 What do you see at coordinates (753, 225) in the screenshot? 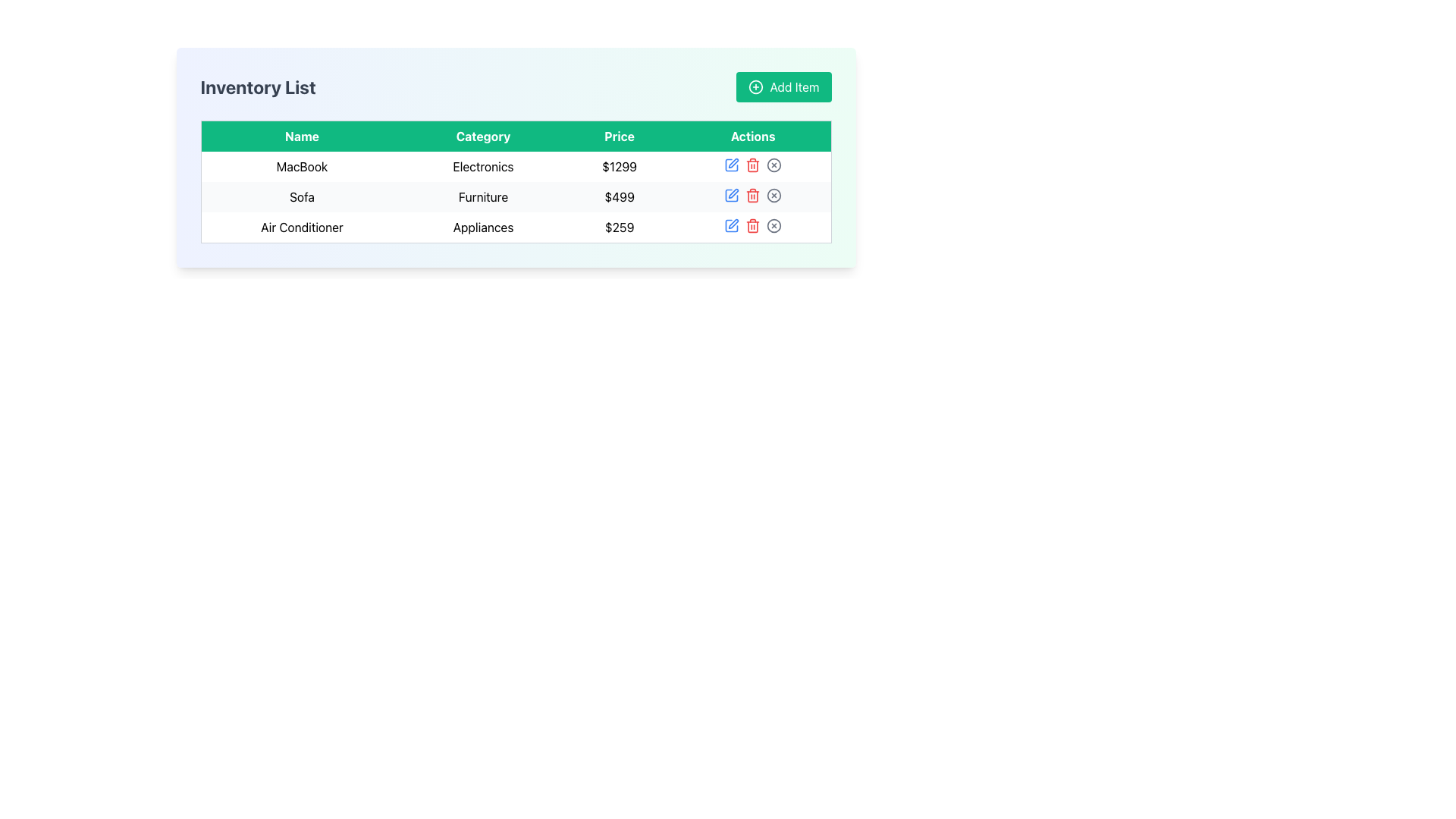
I see `the red trash can icon located in the actions column of the table aligned with the 'Air Conditioner' row` at bounding box center [753, 225].